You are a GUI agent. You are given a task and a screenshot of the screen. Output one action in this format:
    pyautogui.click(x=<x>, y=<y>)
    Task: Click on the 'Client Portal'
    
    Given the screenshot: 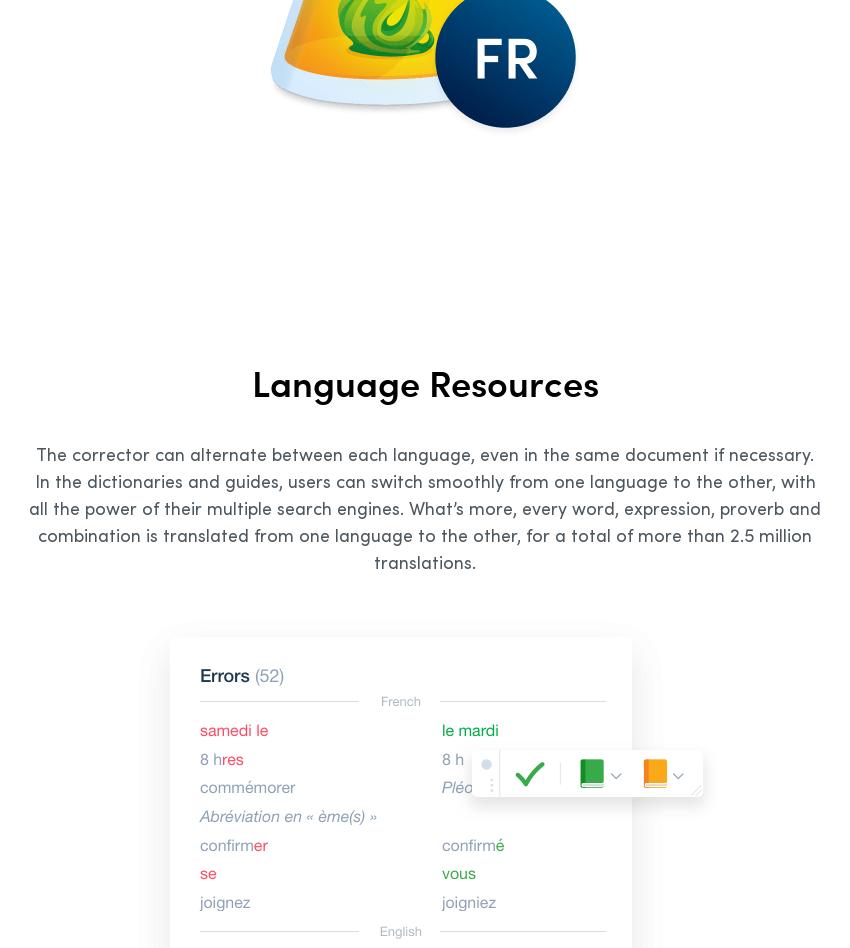 What is the action you would take?
    pyautogui.click(x=527, y=641)
    